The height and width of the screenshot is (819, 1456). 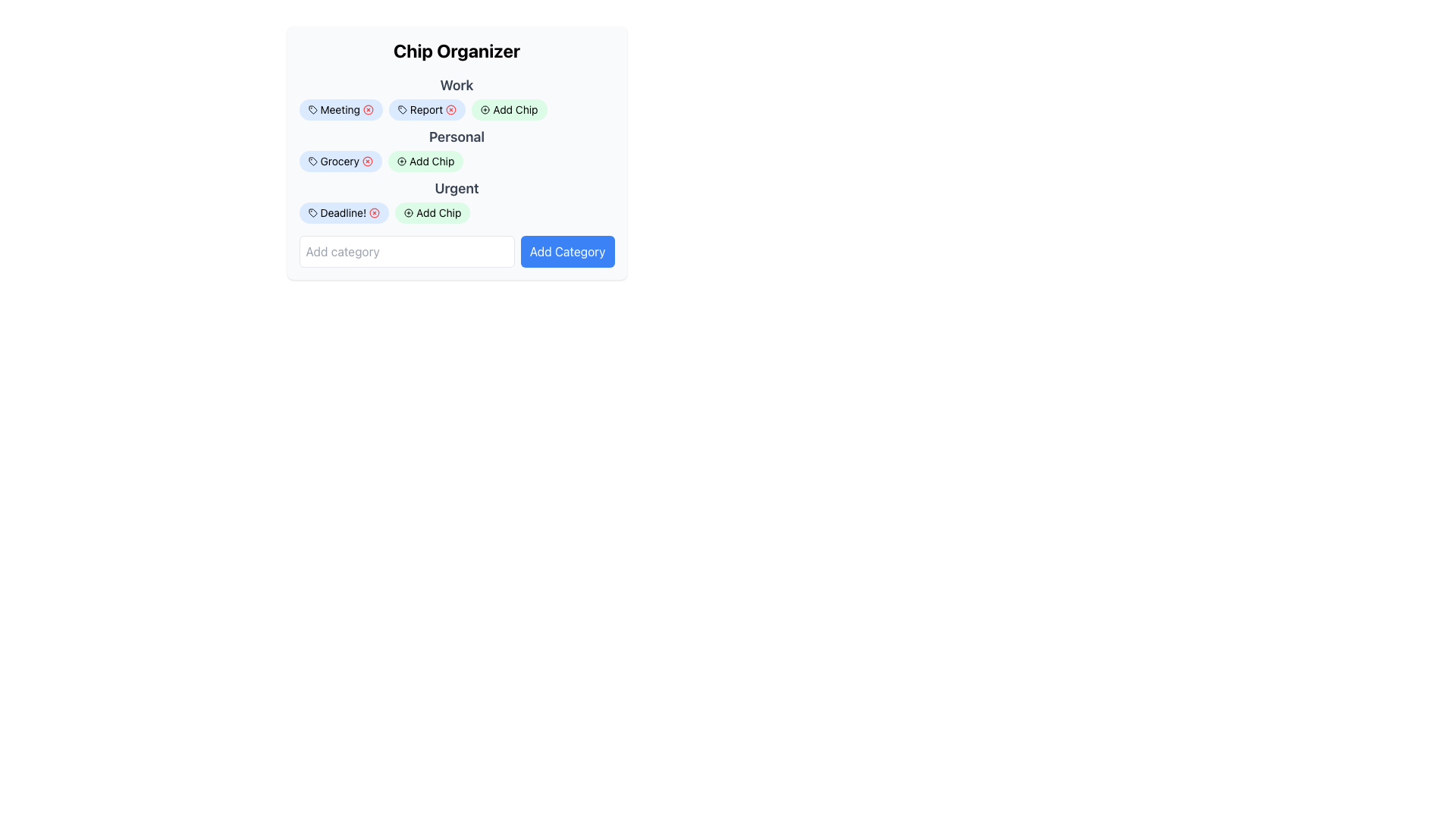 I want to click on the tag icon located to the left of the 'Report' text within the blue chip in the 'Work' section, so click(x=402, y=109).